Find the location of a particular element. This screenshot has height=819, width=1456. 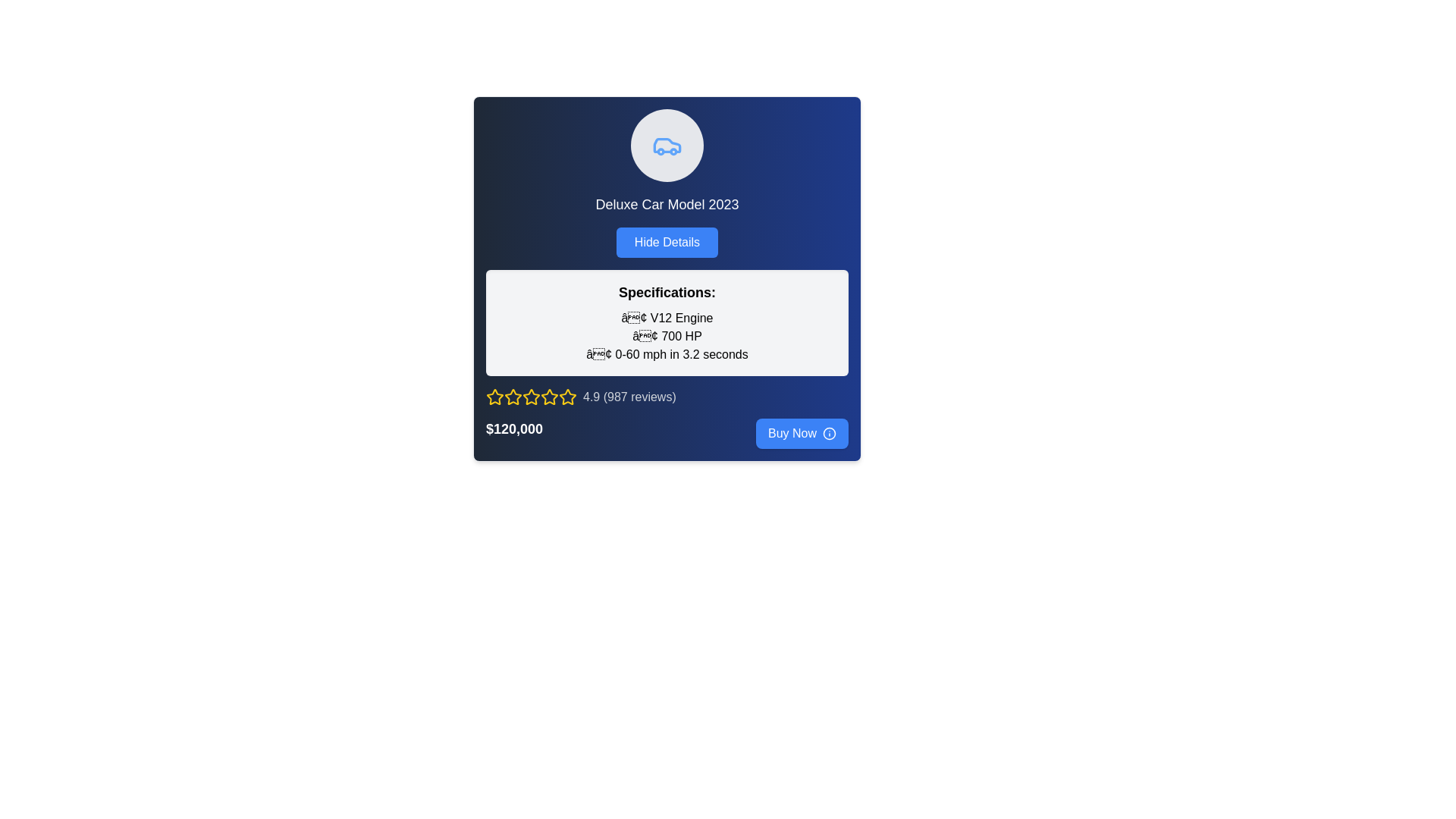

the fifth yellow rating star icon located in a row of star icons under the 'Specifications' section to rate it is located at coordinates (566, 397).